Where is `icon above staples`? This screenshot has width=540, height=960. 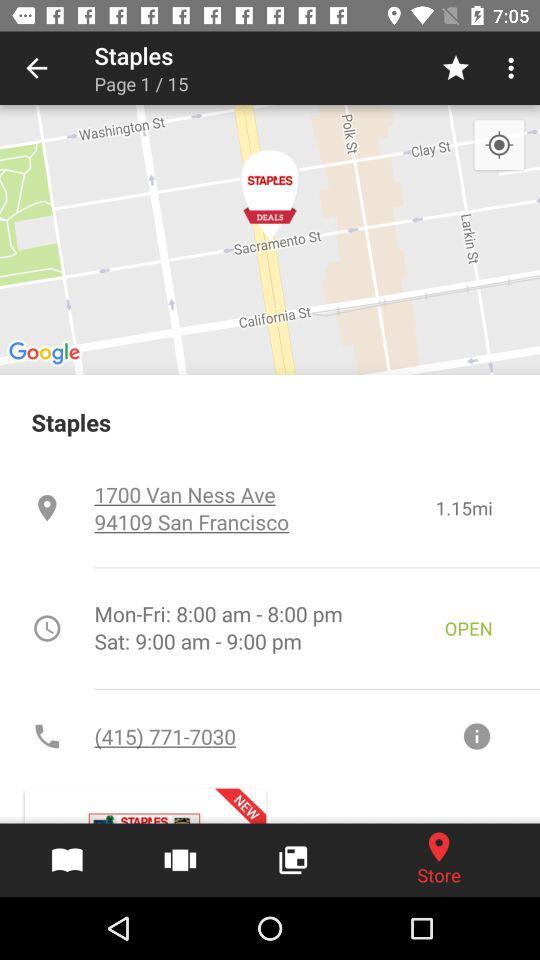
icon above staples is located at coordinates (498, 144).